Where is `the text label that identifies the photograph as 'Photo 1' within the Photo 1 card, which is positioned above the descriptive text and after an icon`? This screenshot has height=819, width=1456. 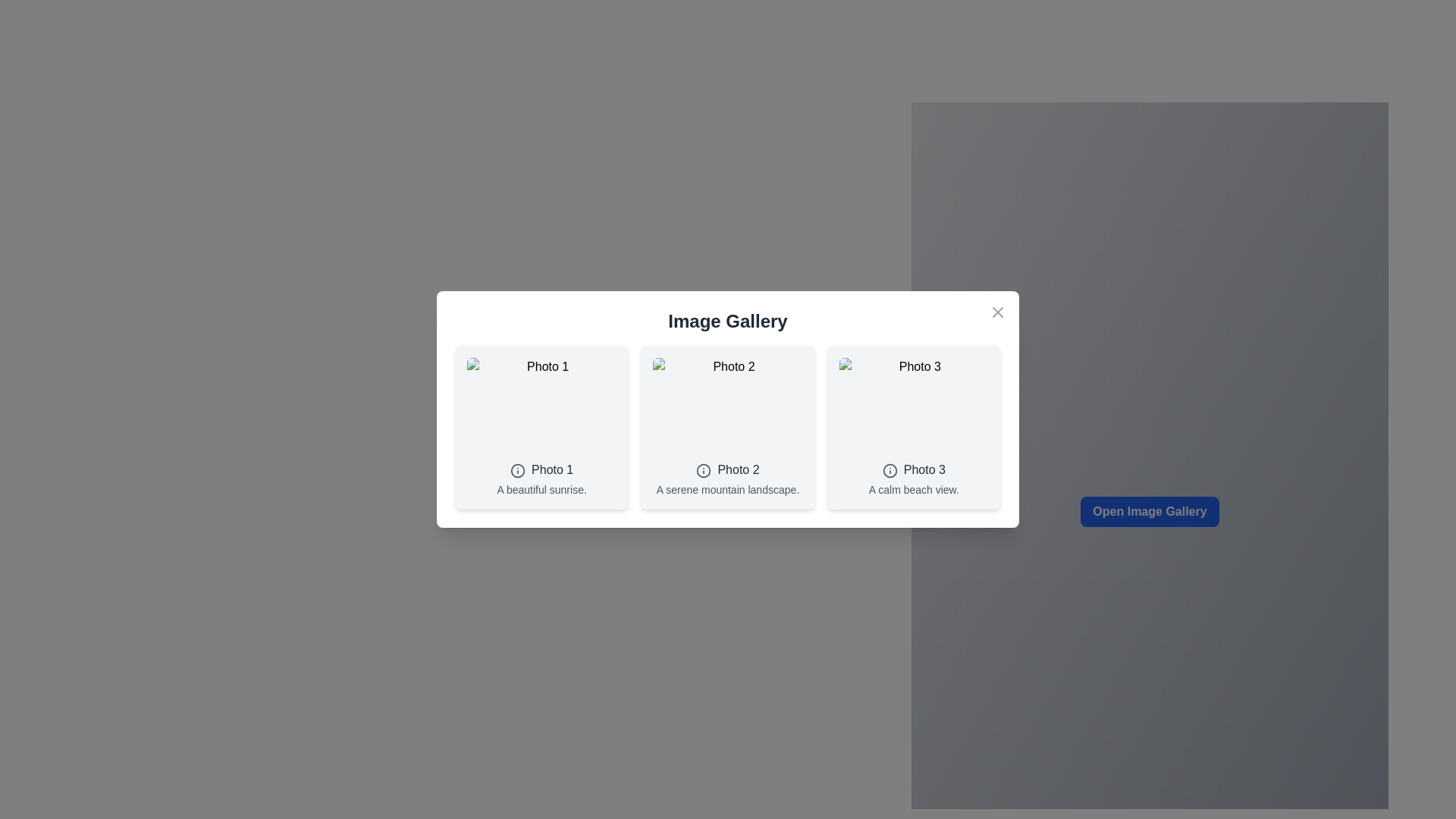
the text label that identifies the photograph as 'Photo 1' within the Photo 1 card, which is positioned above the descriptive text and after an icon is located at coordinates (551, 469).